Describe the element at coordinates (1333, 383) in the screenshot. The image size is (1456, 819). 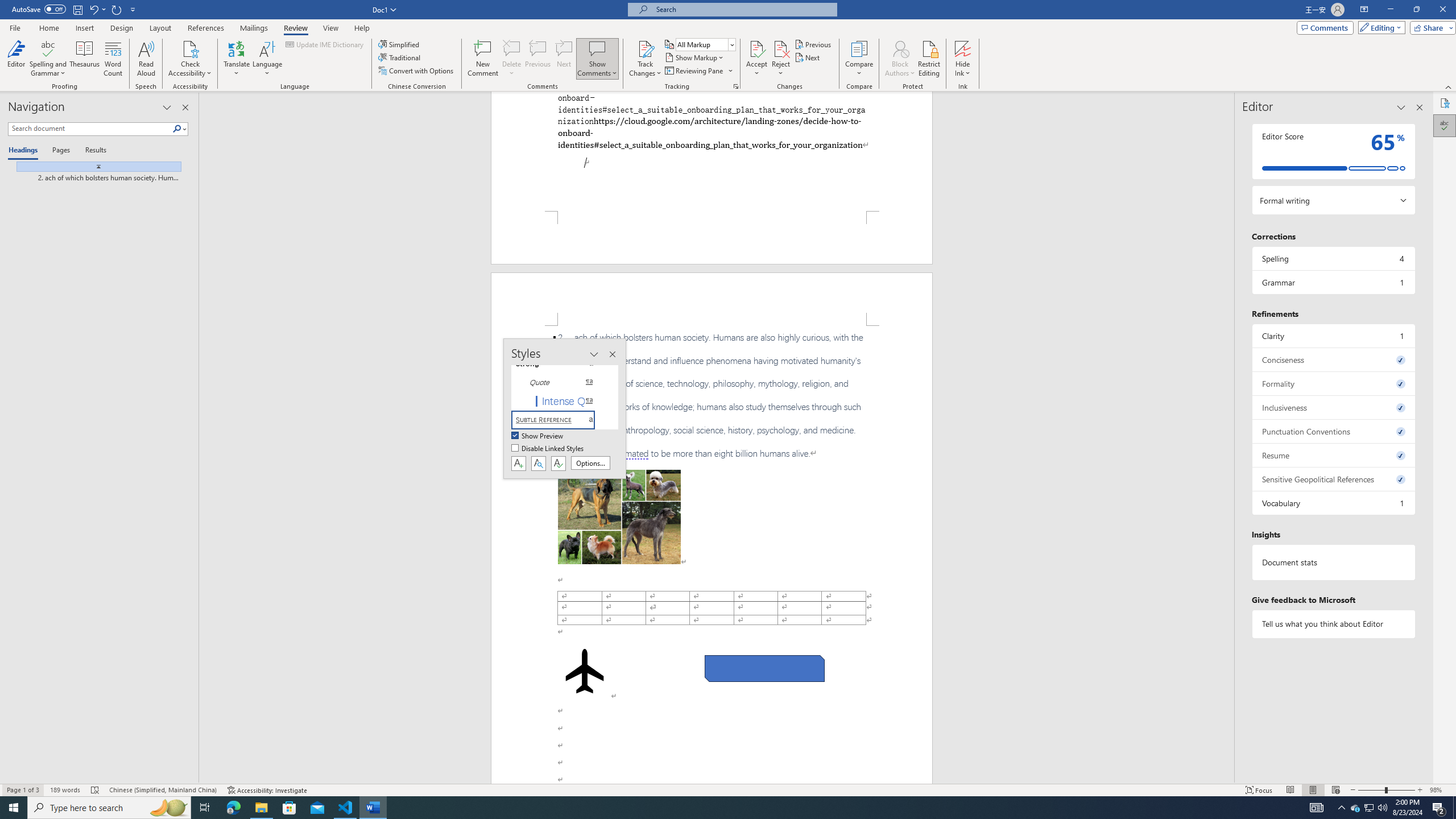
I see `'Formality, 0 issues. Press space or enter to review items.'` at that location.